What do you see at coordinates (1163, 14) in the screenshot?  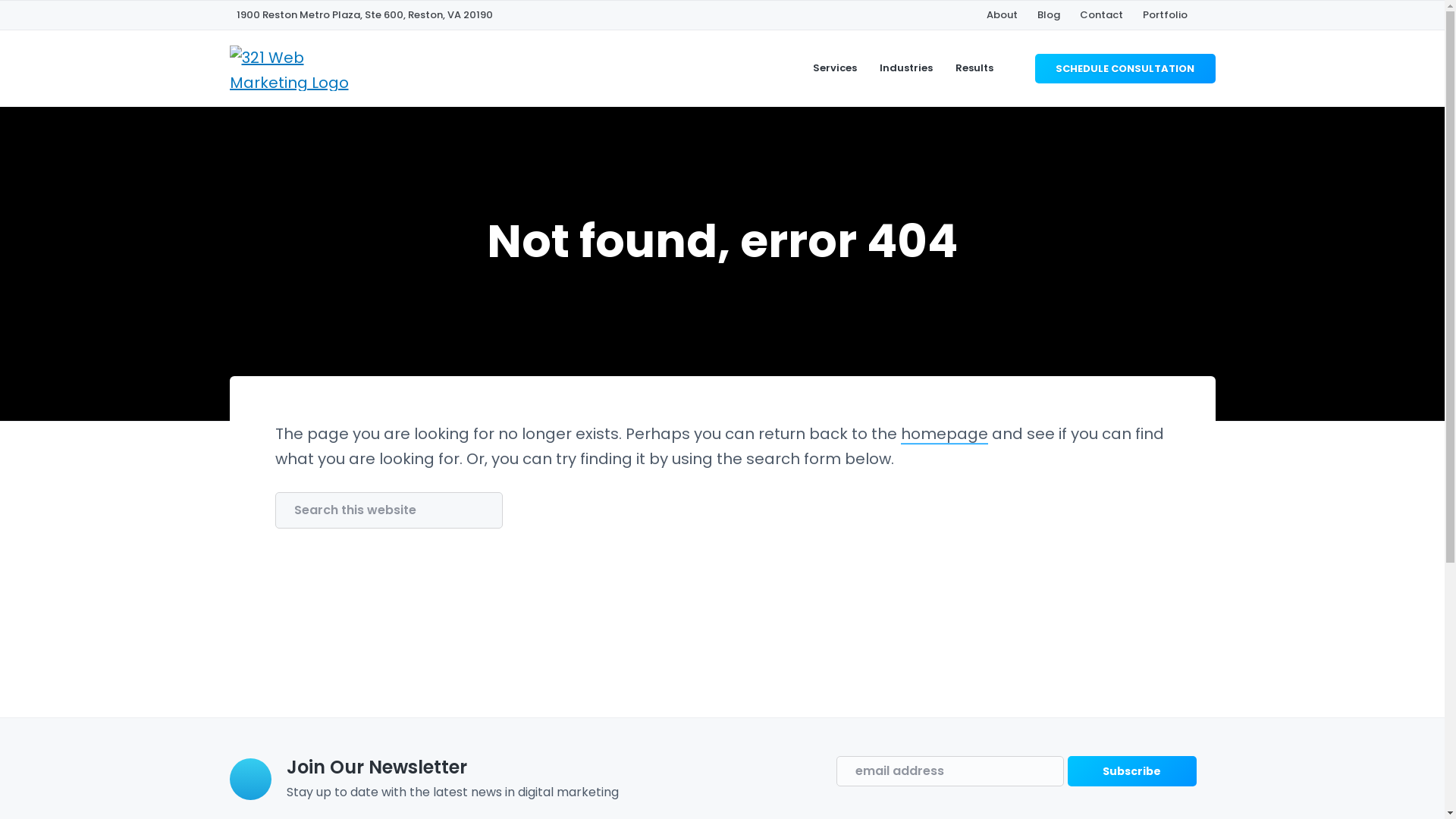 I see `'Portfolio'` at bounding box center [1163, 14].